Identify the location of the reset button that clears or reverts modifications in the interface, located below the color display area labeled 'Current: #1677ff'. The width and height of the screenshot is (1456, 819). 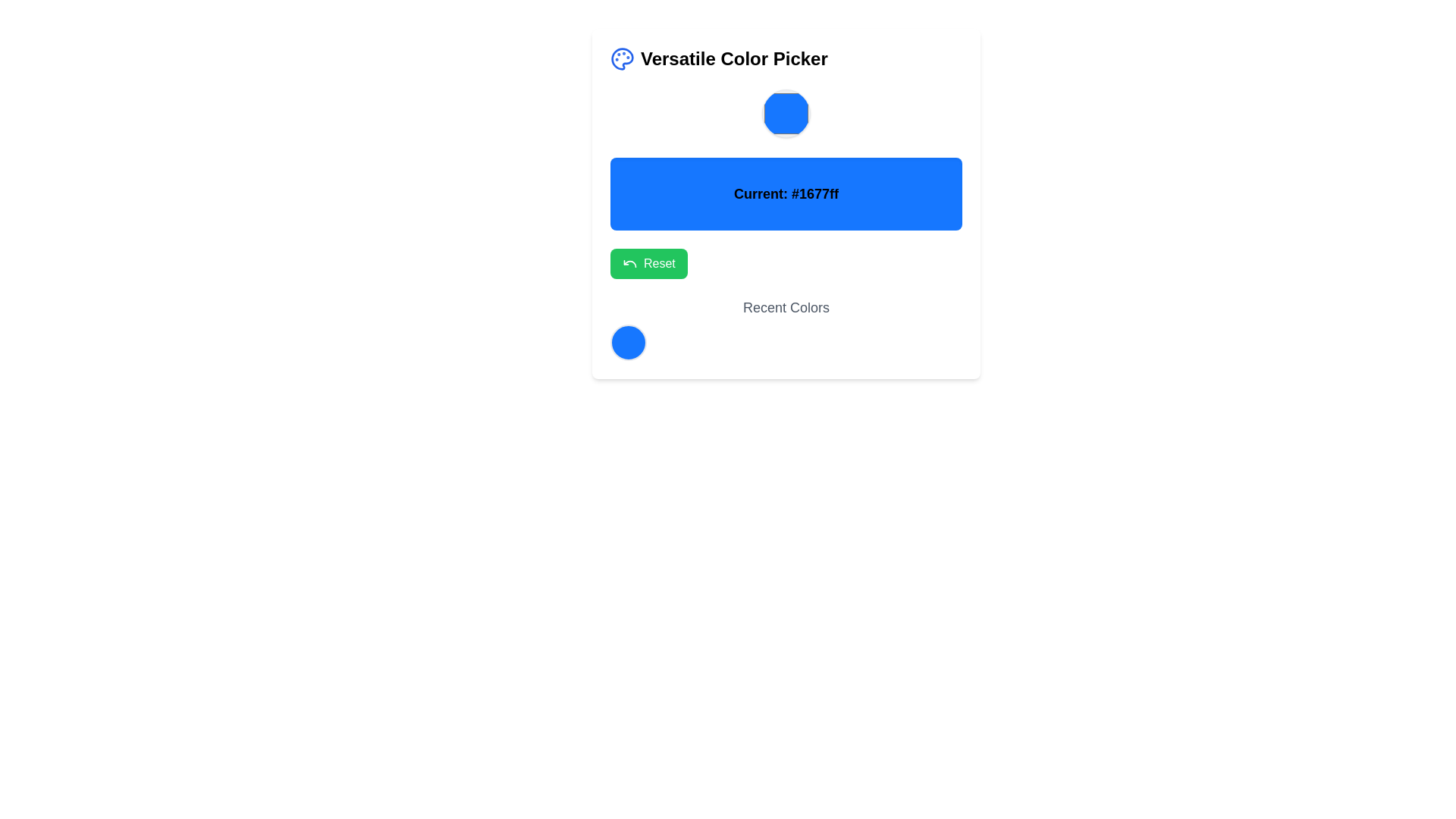
(648, 262).